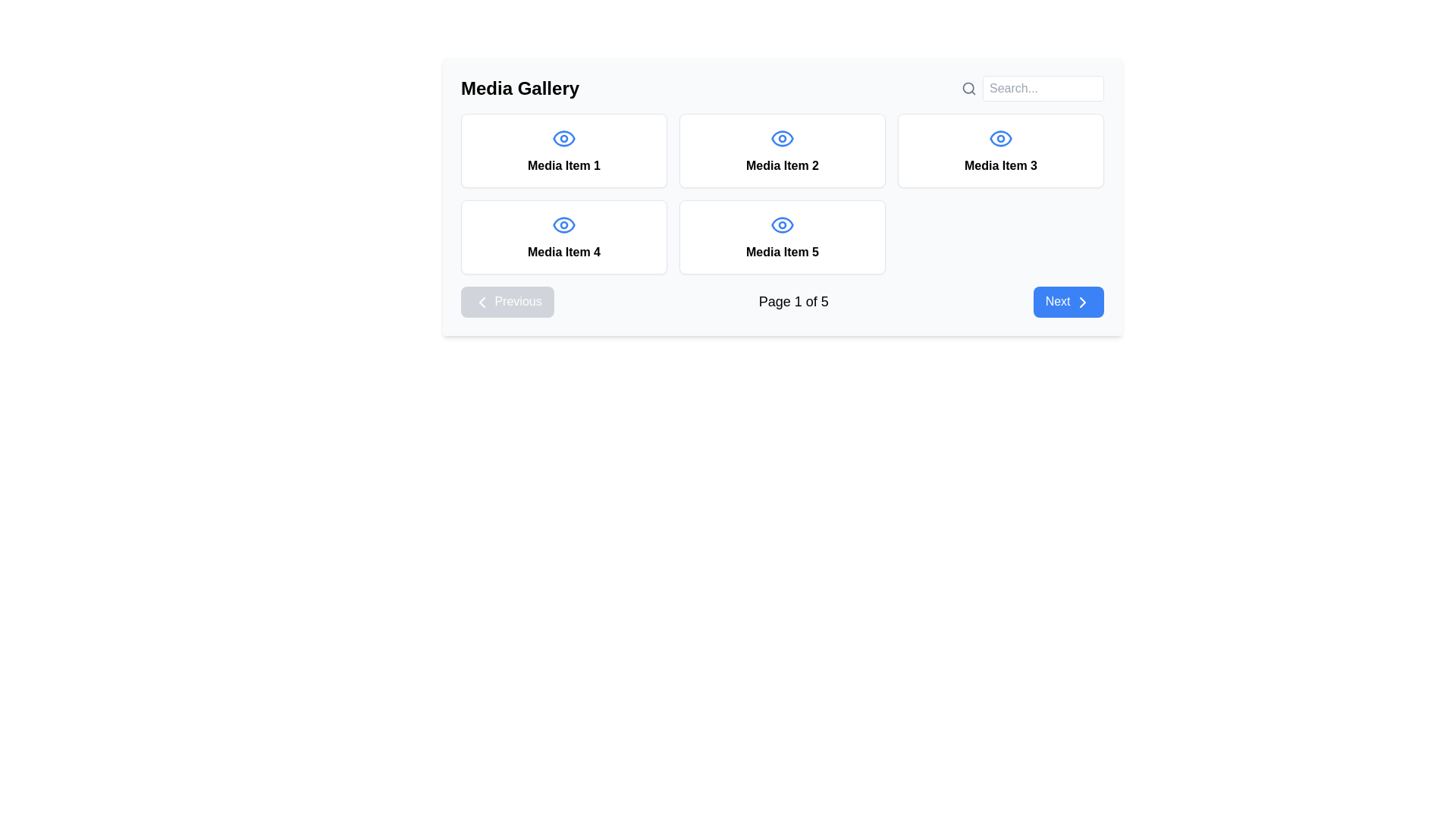 This screenshot has height=819, width=1456. I want to click on the text labeled 'Media Item 4' located, so click(563, 251).